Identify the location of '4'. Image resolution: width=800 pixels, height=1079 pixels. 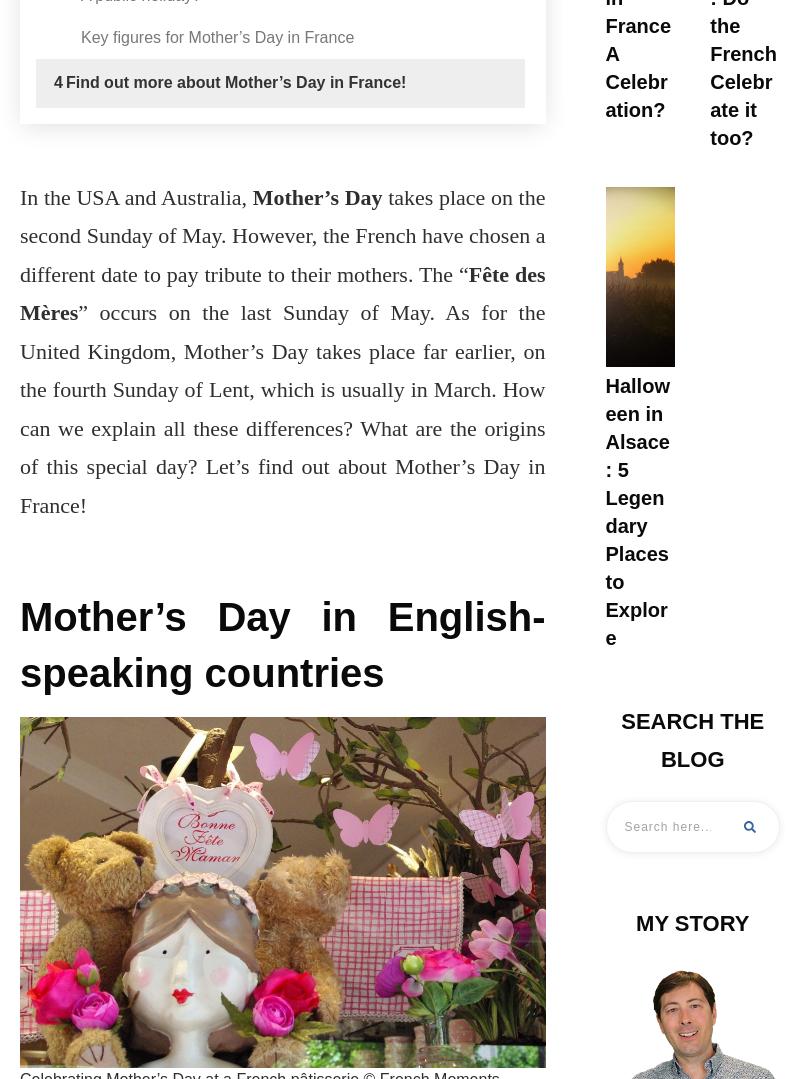
(56, 81).